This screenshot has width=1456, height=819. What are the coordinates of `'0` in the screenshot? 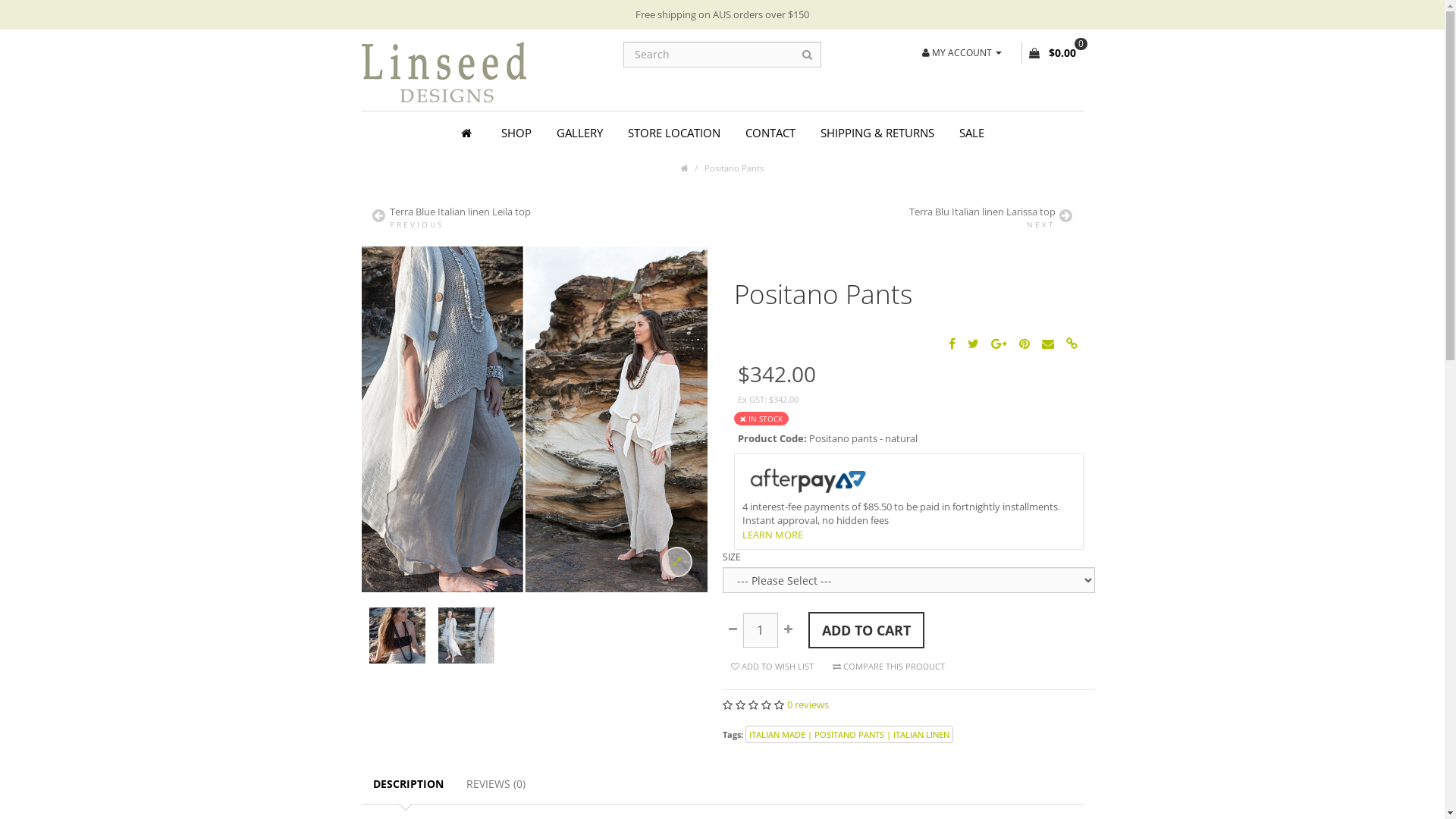 It's located at (1051, 52).